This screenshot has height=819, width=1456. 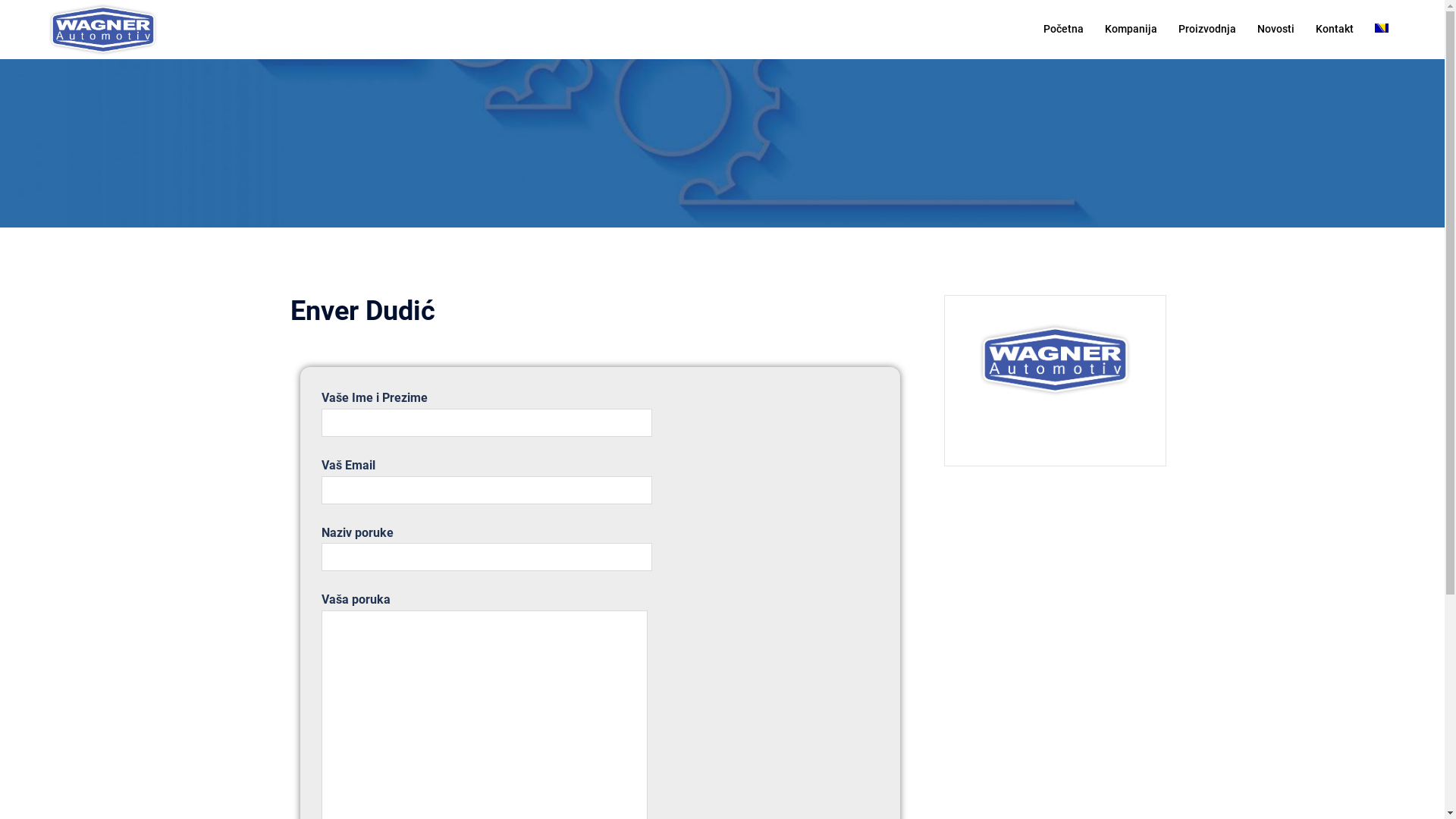 I want to click on 'Kompanija', so click(x=1105, y=29).